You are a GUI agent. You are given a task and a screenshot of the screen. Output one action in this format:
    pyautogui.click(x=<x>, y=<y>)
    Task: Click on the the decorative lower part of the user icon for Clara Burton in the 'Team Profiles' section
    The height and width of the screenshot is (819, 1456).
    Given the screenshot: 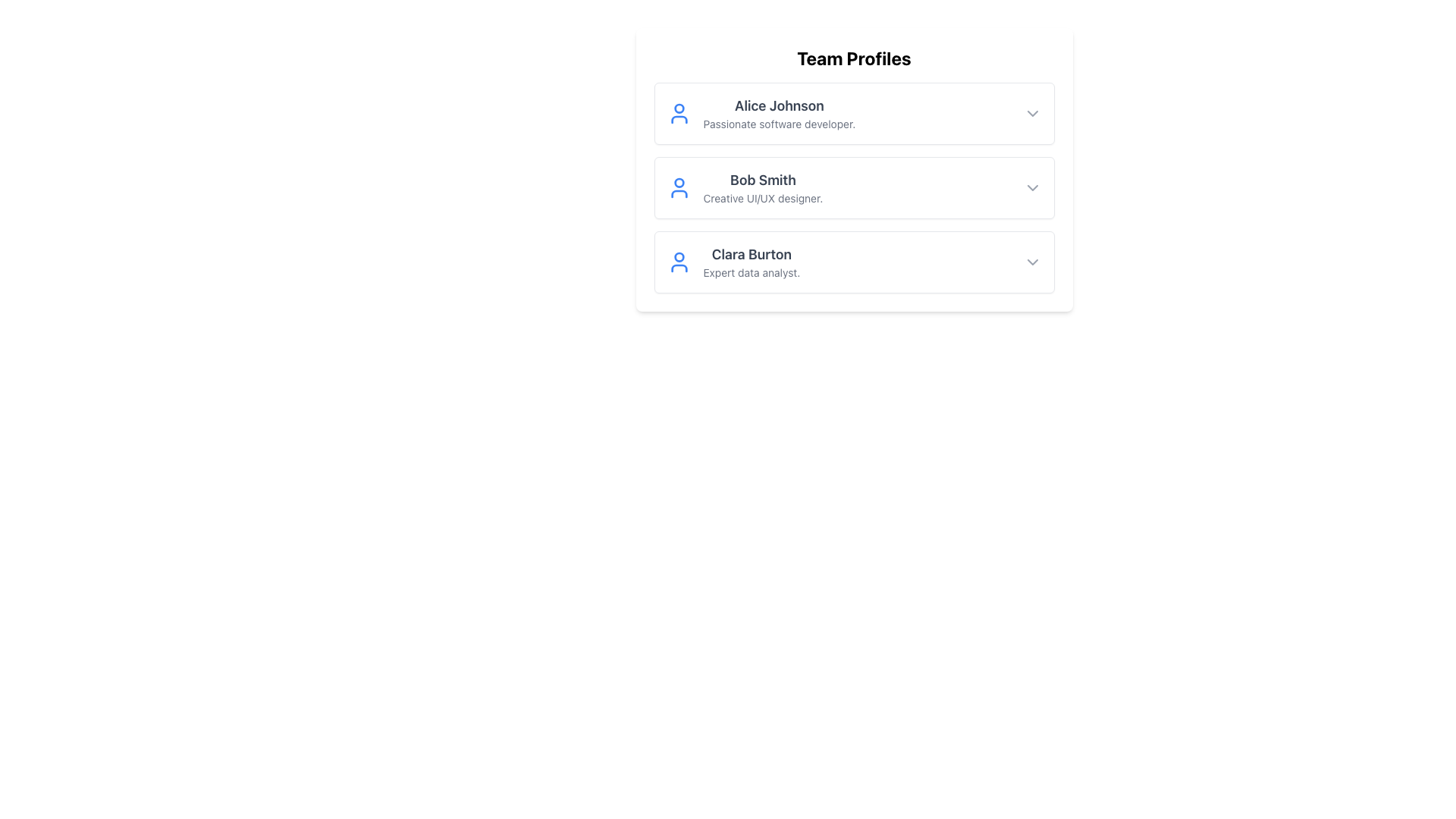 What is the action you would take?
    pyautogui.click(x=678, y=268)
    